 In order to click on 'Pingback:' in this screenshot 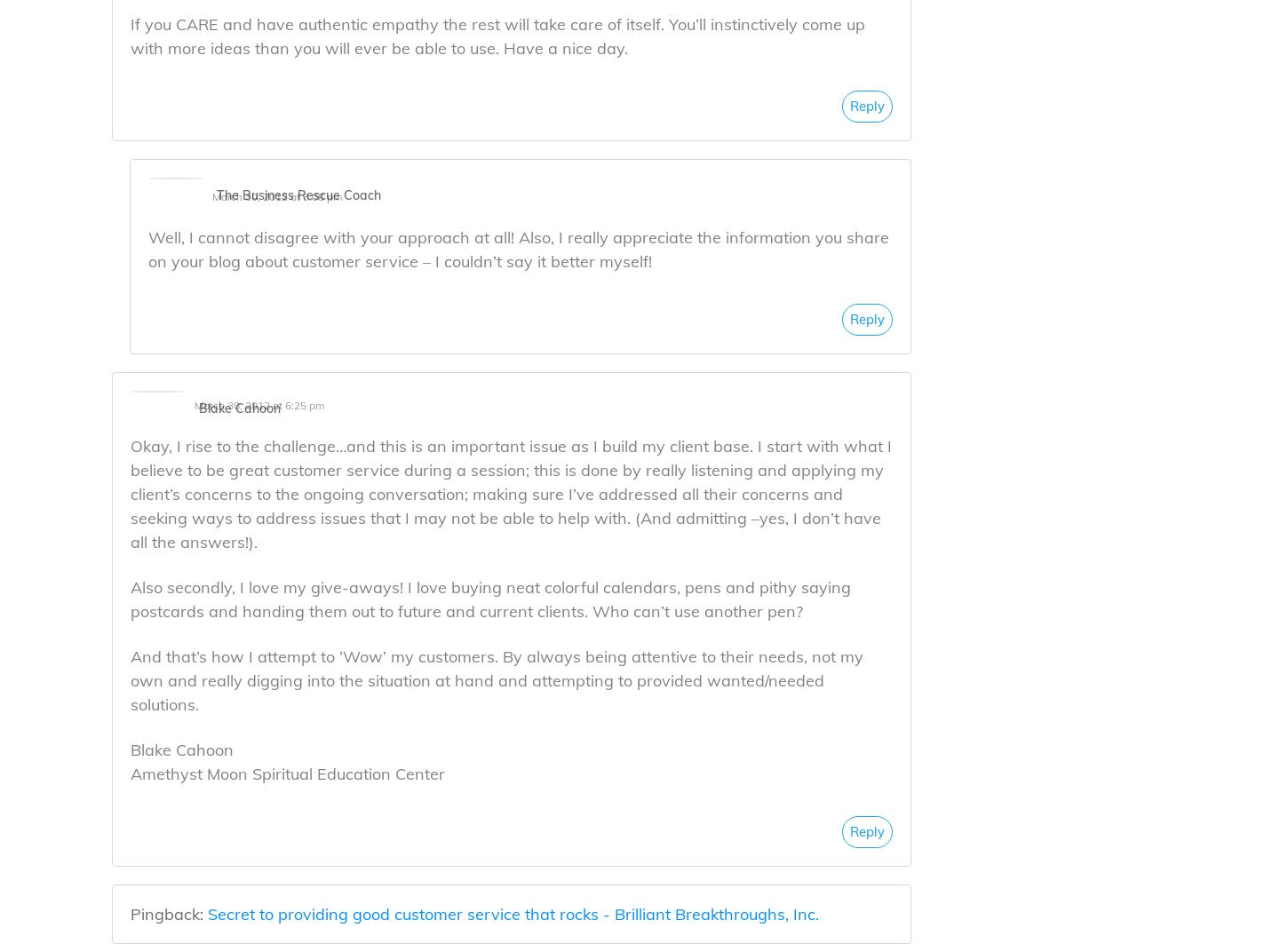, I will do `click(168, 912)`.